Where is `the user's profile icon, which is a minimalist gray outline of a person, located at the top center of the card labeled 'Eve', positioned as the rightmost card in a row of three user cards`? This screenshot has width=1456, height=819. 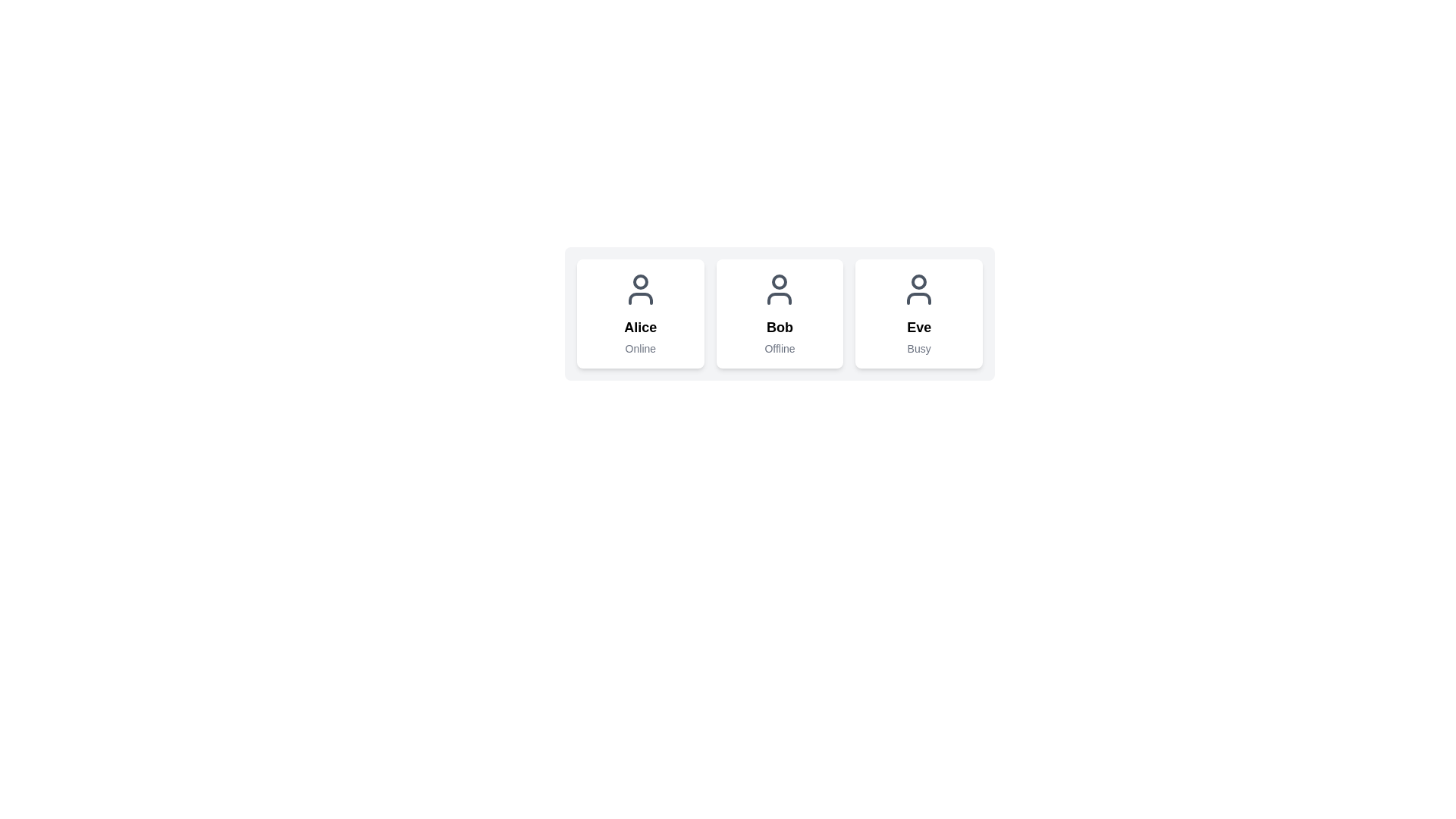 the user's profile icon, which is a minimalist gray outline of a person, located at the top center of the card labeled 'Eve', positioned as the rightmost card in a row of three user cards is located at coordinates (918, 289).